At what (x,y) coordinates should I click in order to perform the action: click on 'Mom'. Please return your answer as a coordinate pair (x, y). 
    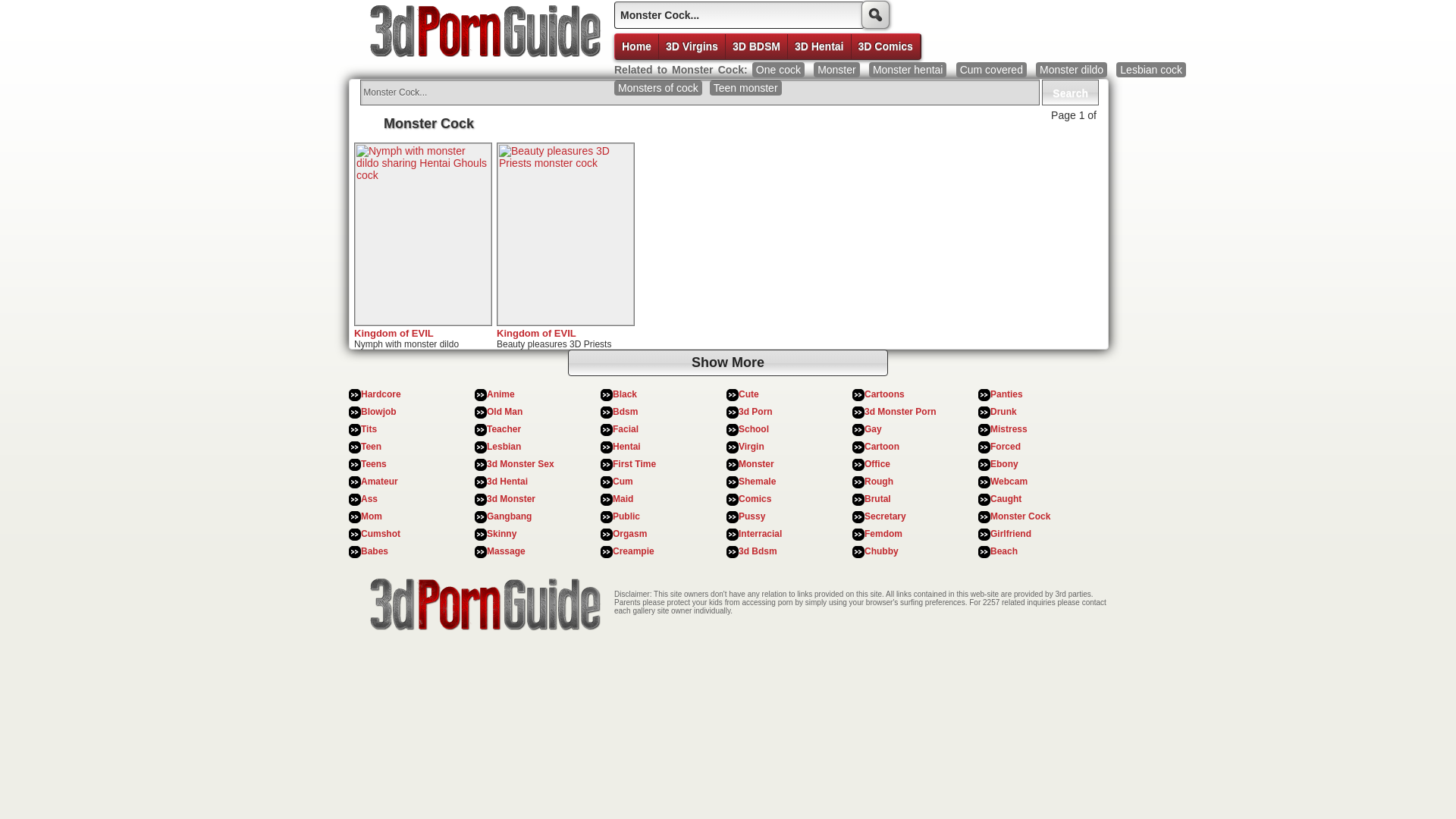
    Looking at the image, I should click on (359, 516).